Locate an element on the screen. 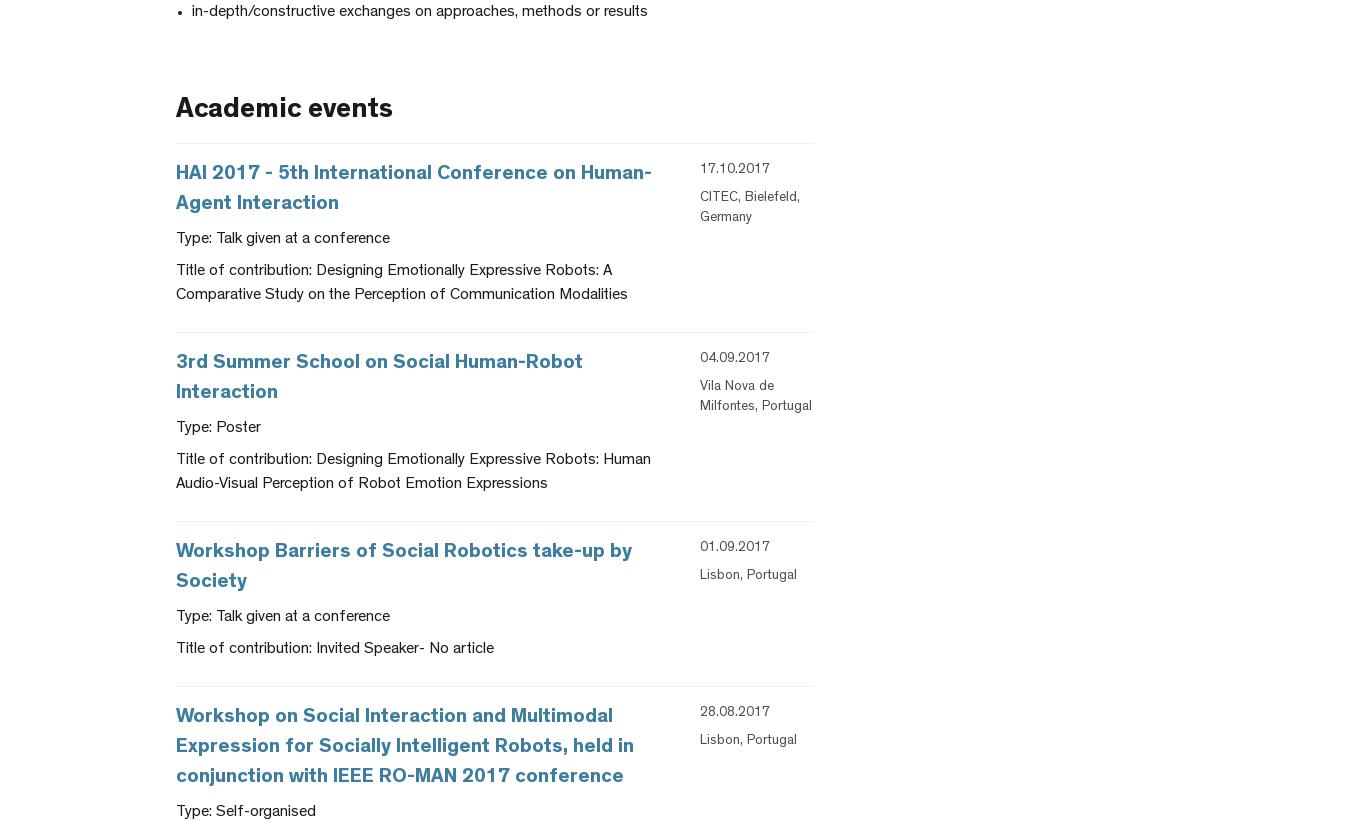  'HAI 2017 - 5th International Conference on Human-Agent Interaction' is located at coordinates (414, 188).